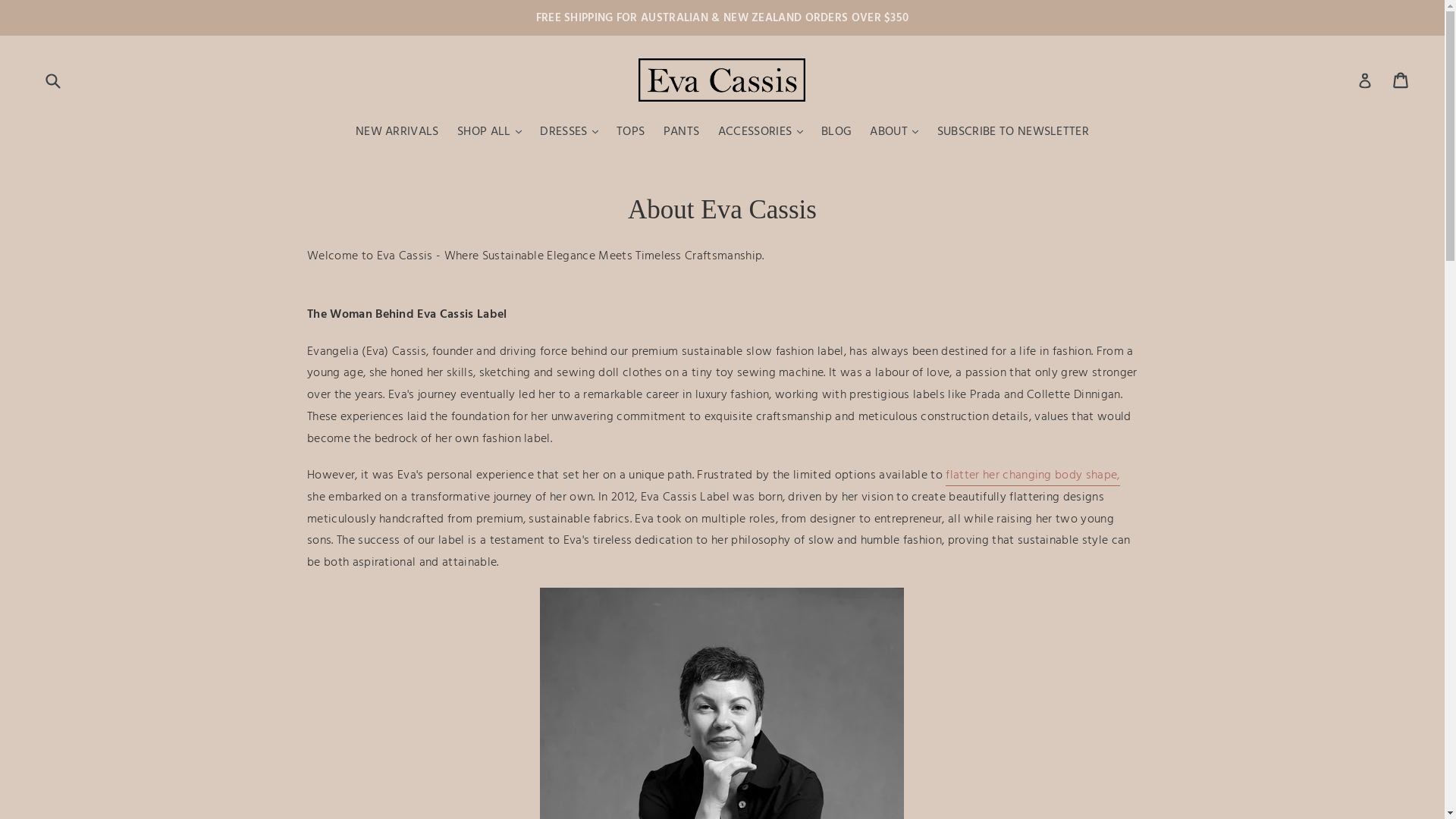 The width and height of the screenshot is (1456, 819). Describe the element at coordinates (1401, 80) in the screenshot. I see `'Cart'` at that location.